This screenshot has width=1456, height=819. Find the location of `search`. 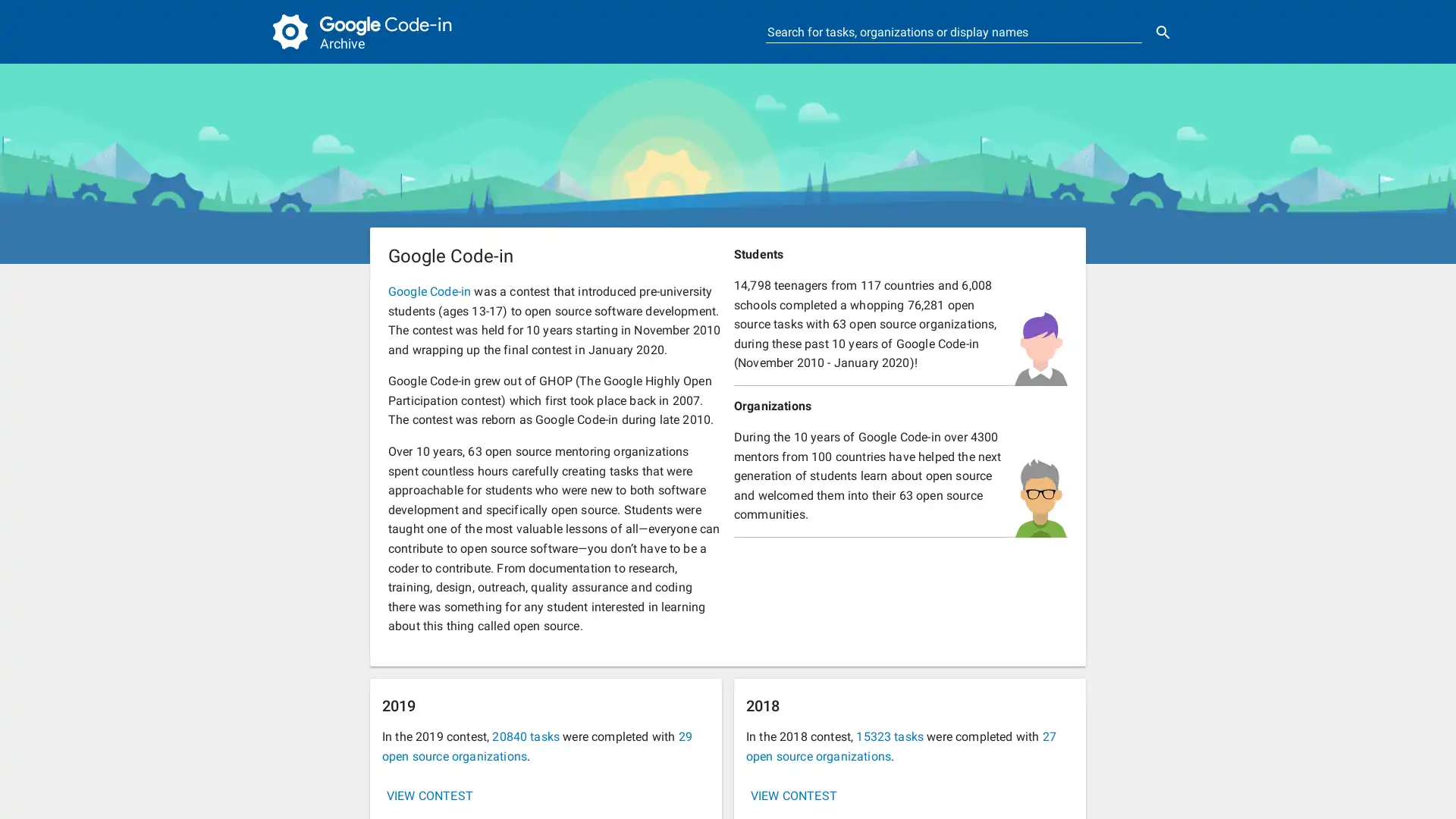

search is located at coordinates (1163, 32).